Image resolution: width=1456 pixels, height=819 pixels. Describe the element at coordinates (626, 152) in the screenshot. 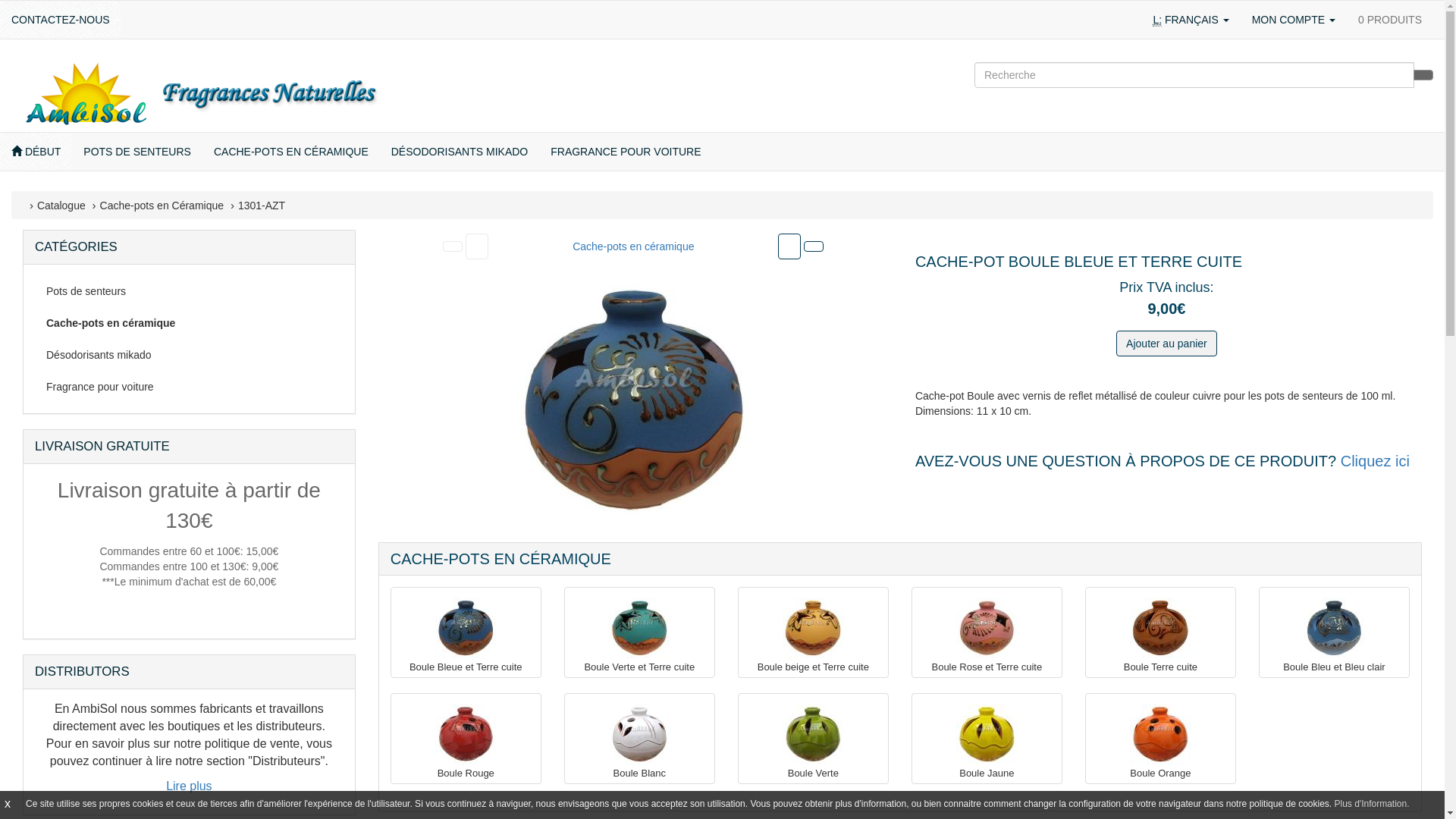

I see `'FRAGRANCE POUR VOITURE'` at that location.